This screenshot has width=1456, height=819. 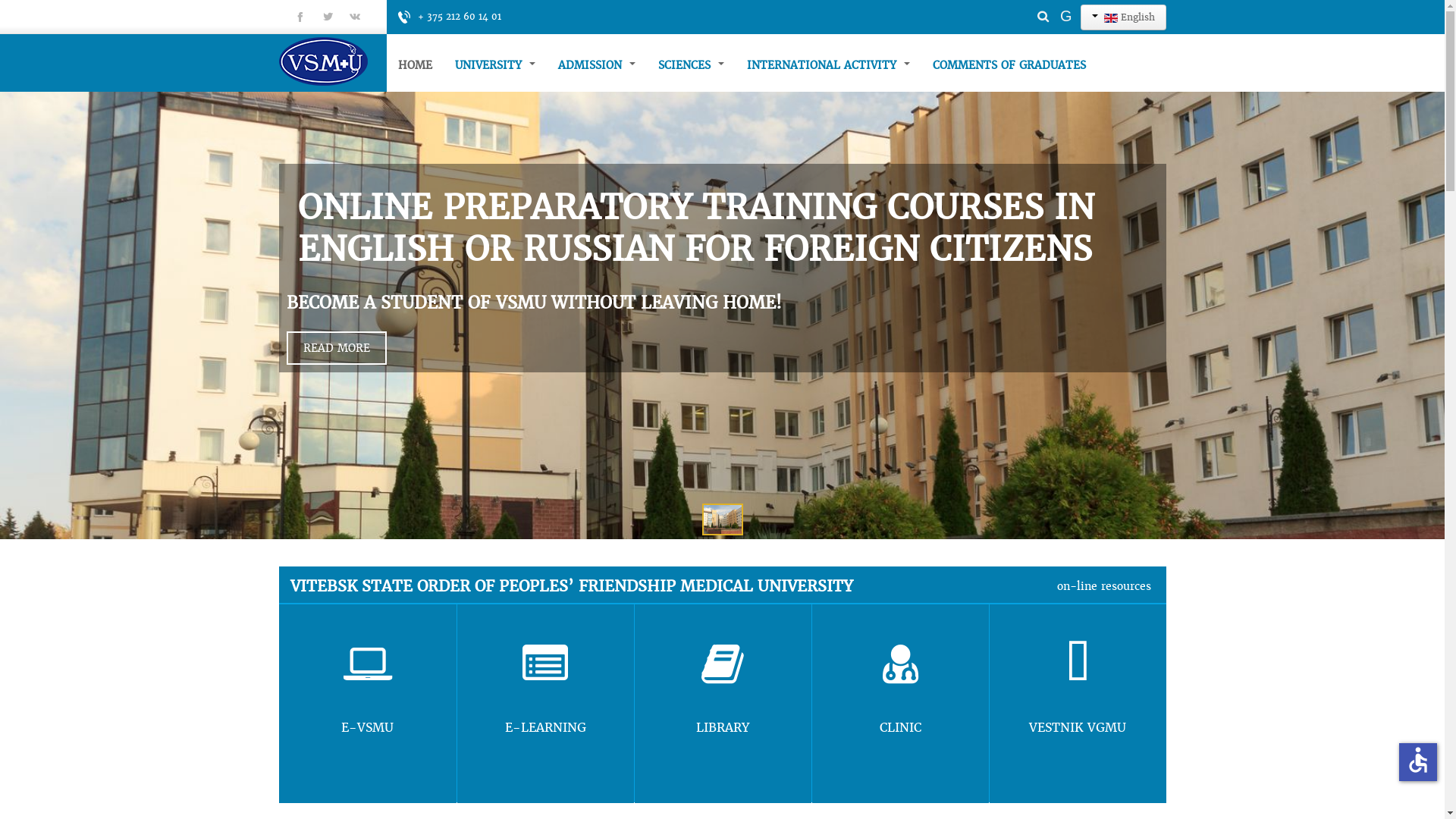 I want to click on 'E-VSMU', so click(x=367, y=703).